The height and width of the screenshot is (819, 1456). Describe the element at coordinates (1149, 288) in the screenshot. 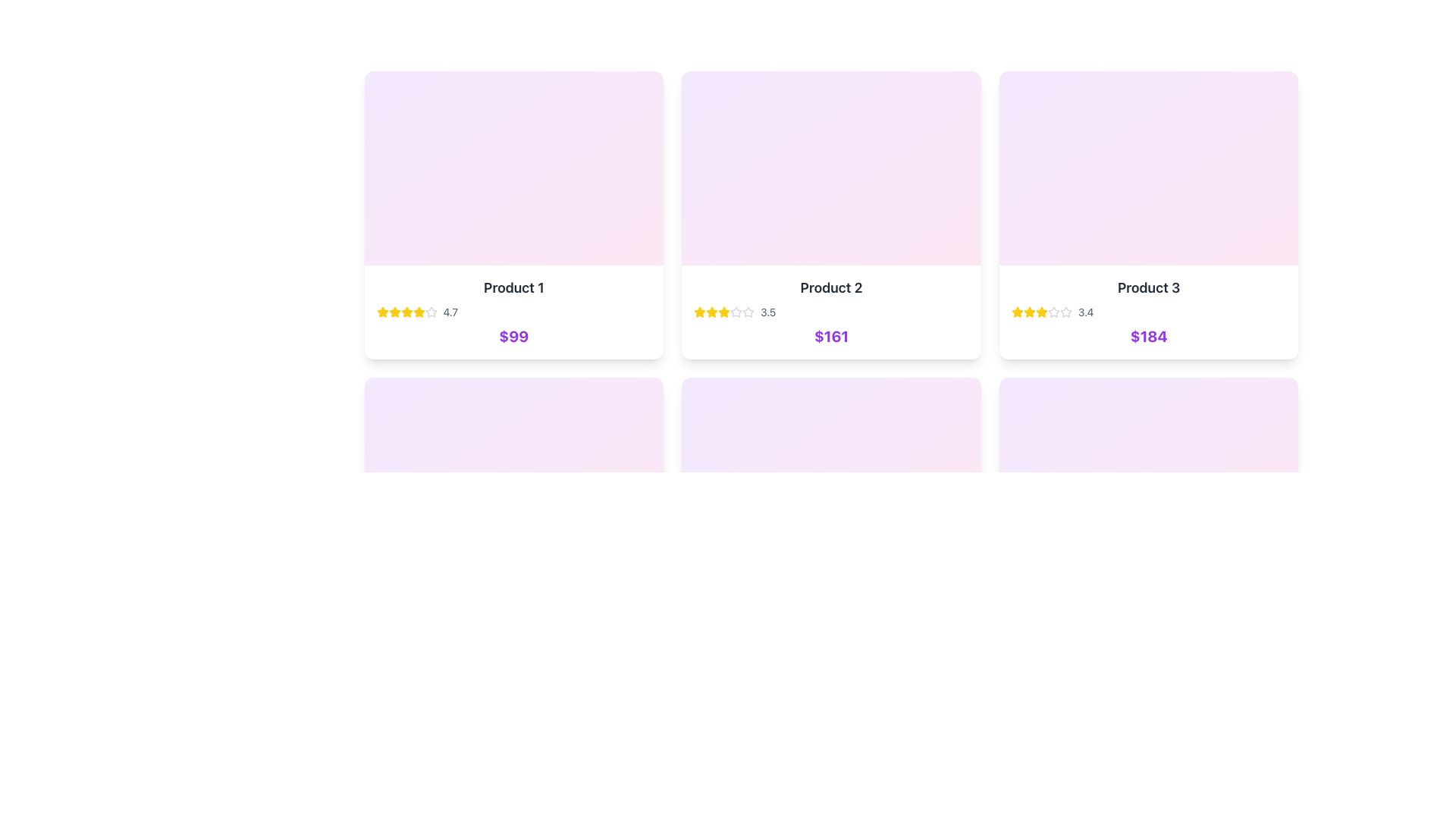

I see `the text label displaying the product name in the third card` at that location.